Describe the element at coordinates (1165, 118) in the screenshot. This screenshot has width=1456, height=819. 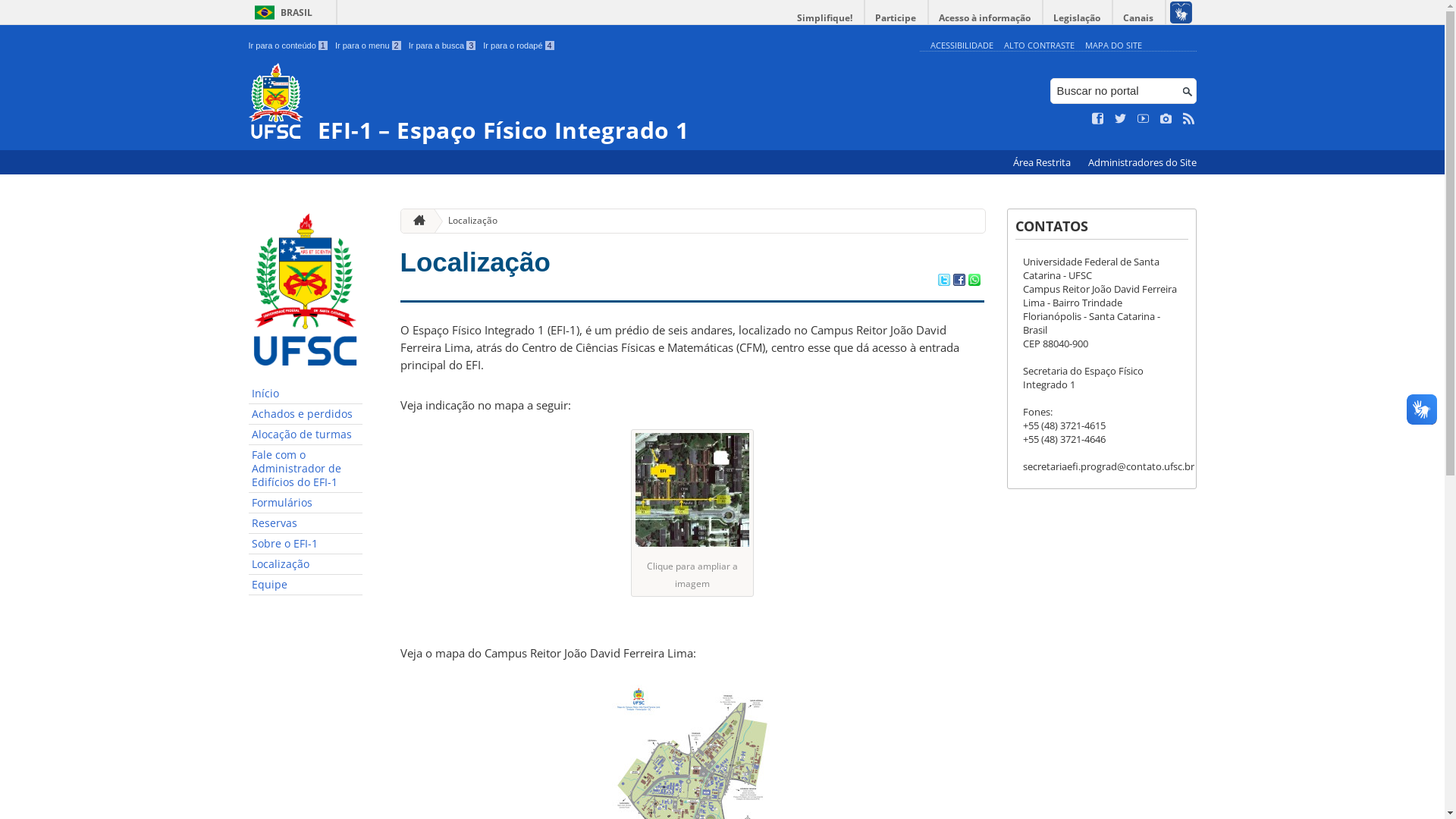
I see `'Veja no Instagram'` at that location.